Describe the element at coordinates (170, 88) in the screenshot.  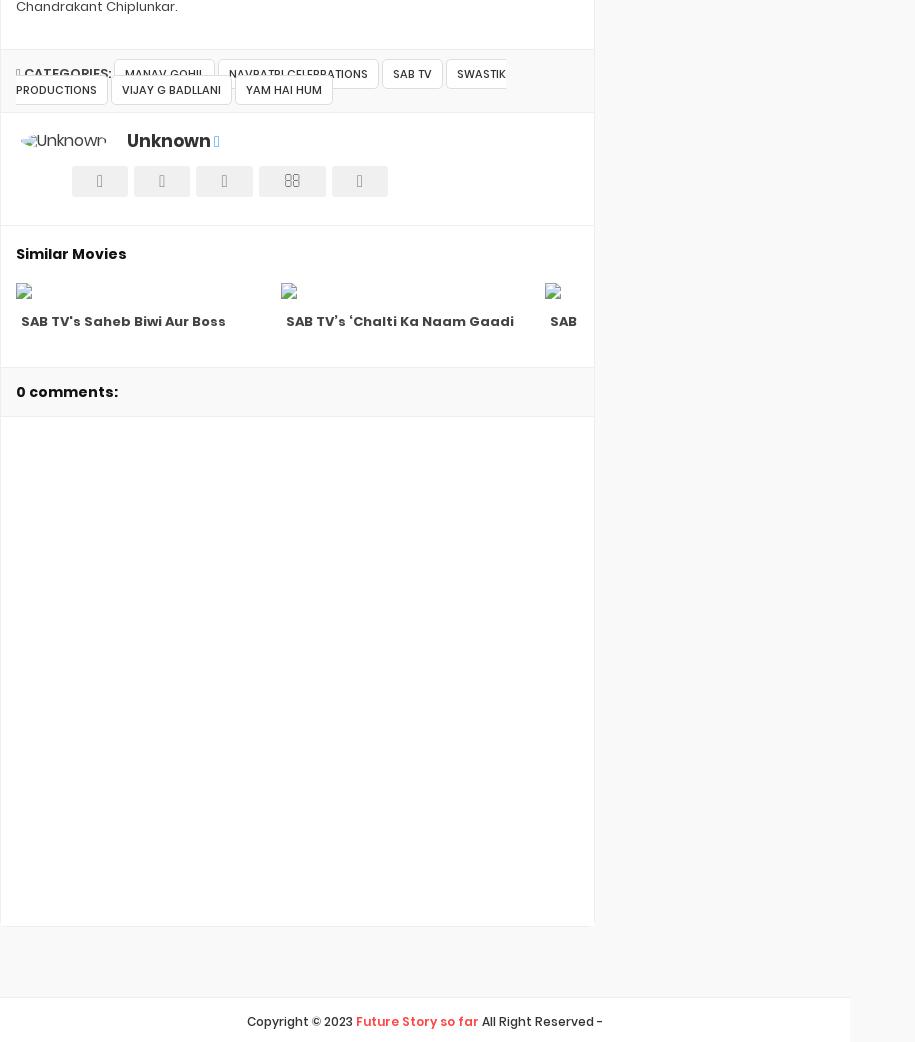
I see `'Vijay G Badllani'` at that location.